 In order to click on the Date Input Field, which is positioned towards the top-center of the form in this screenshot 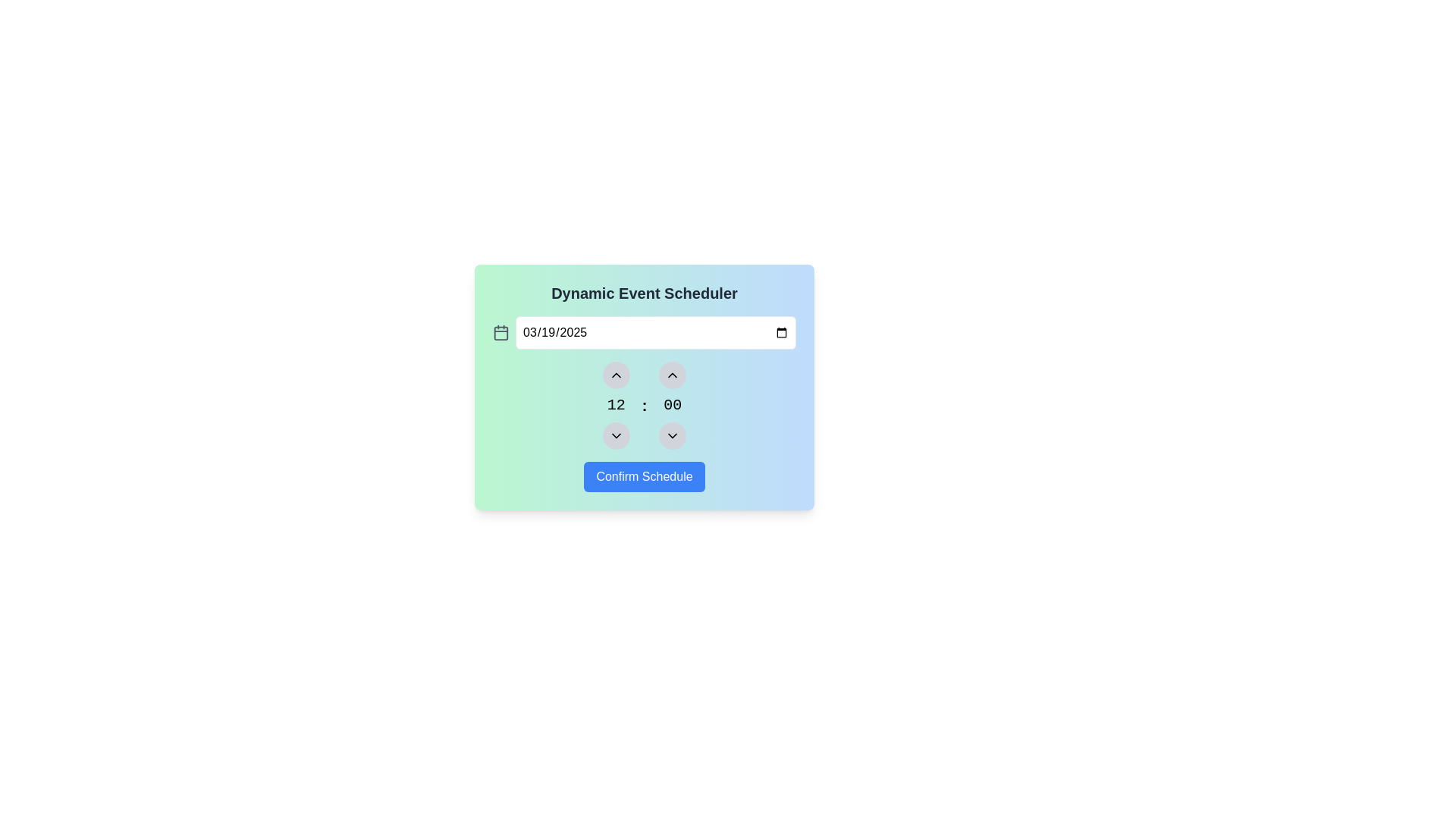, I will do `click(655, 332)`.